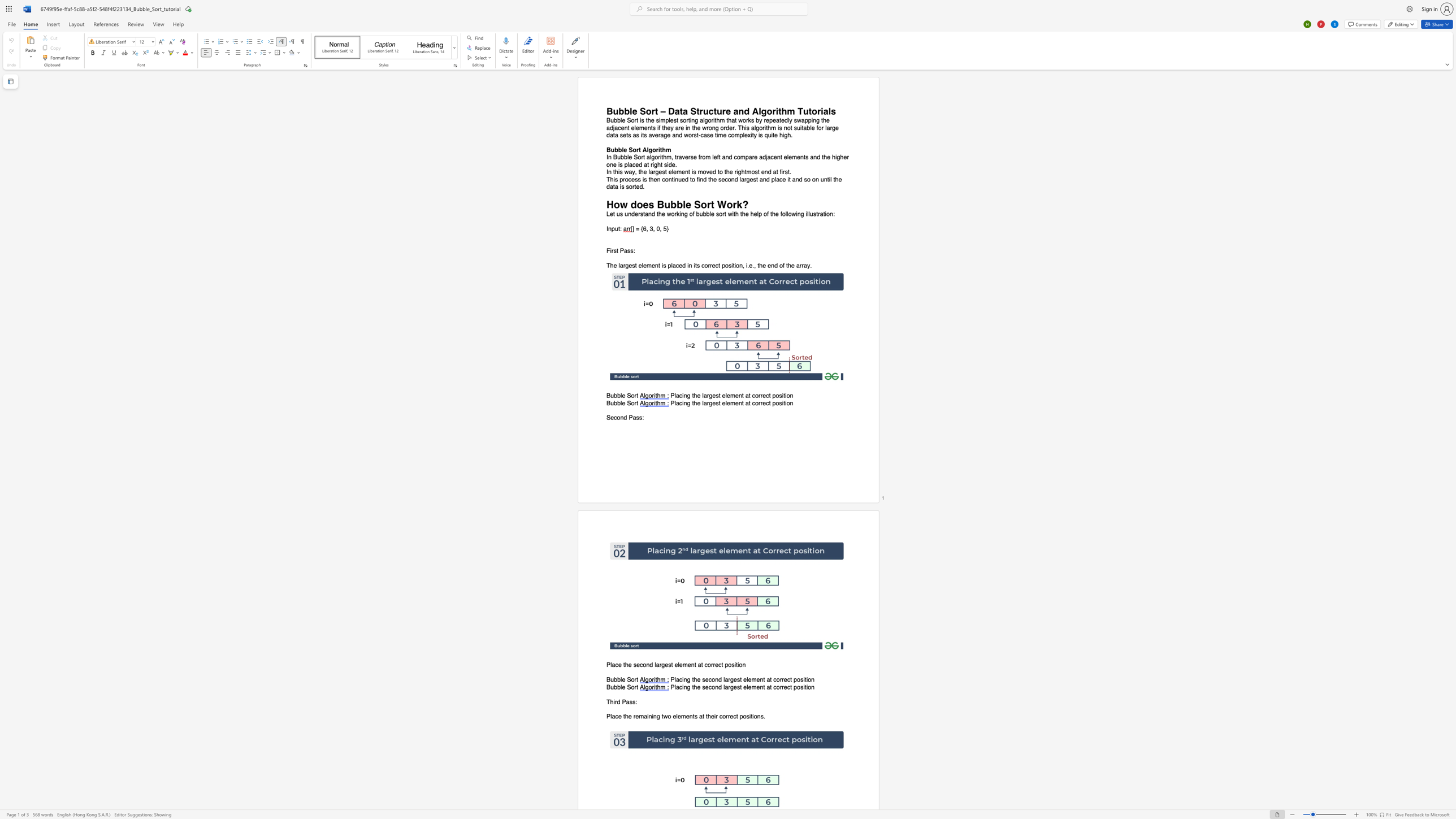 The width and height of the screenshot is (1456, 819). What do you see at coordinates (726, 402) in the screenshot?
I see `the space between the continuous character "l" and "e" in the text` at bounding box center [726, 402].